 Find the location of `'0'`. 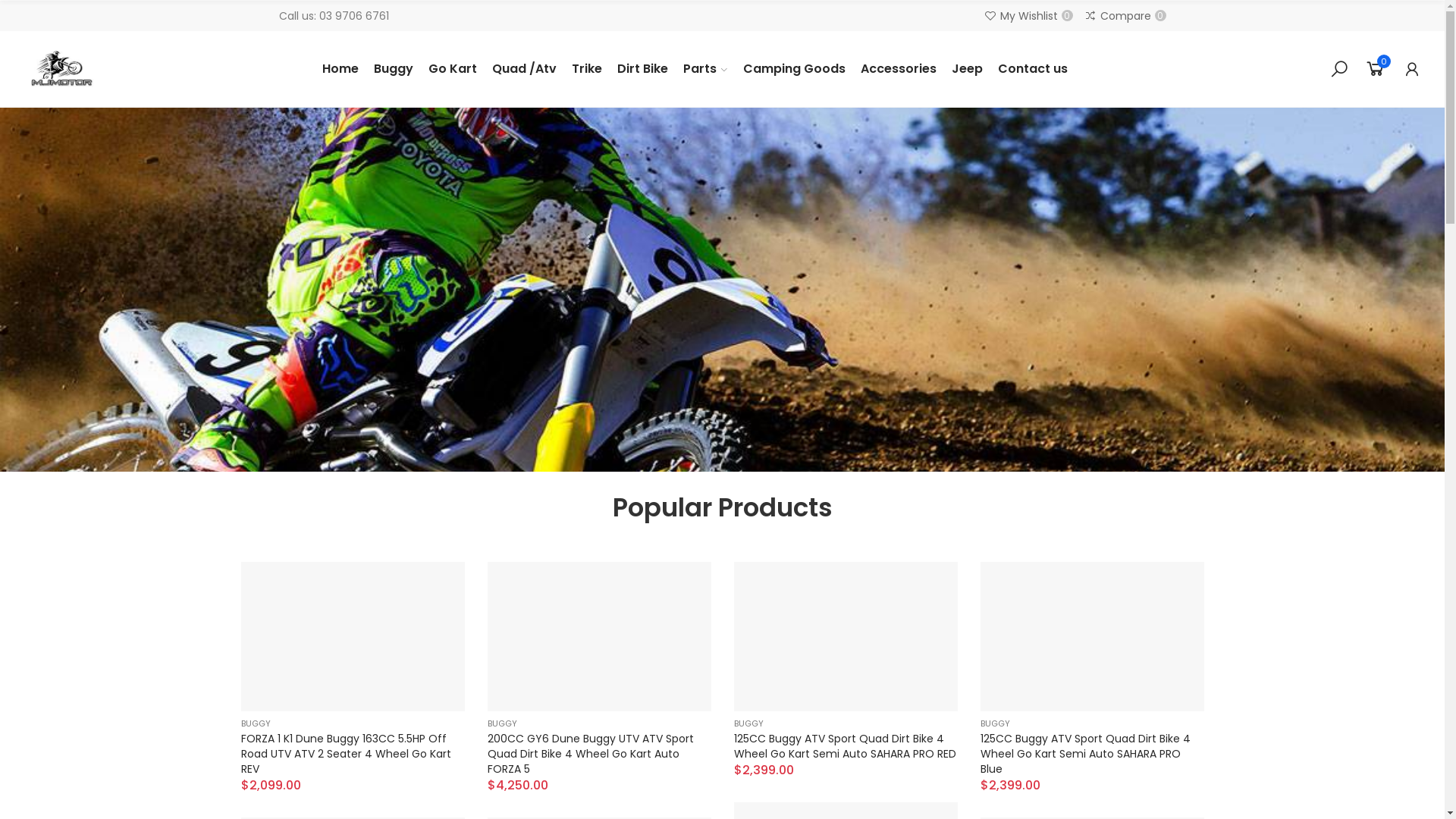

'0' is located at coordinates (1376, 69).